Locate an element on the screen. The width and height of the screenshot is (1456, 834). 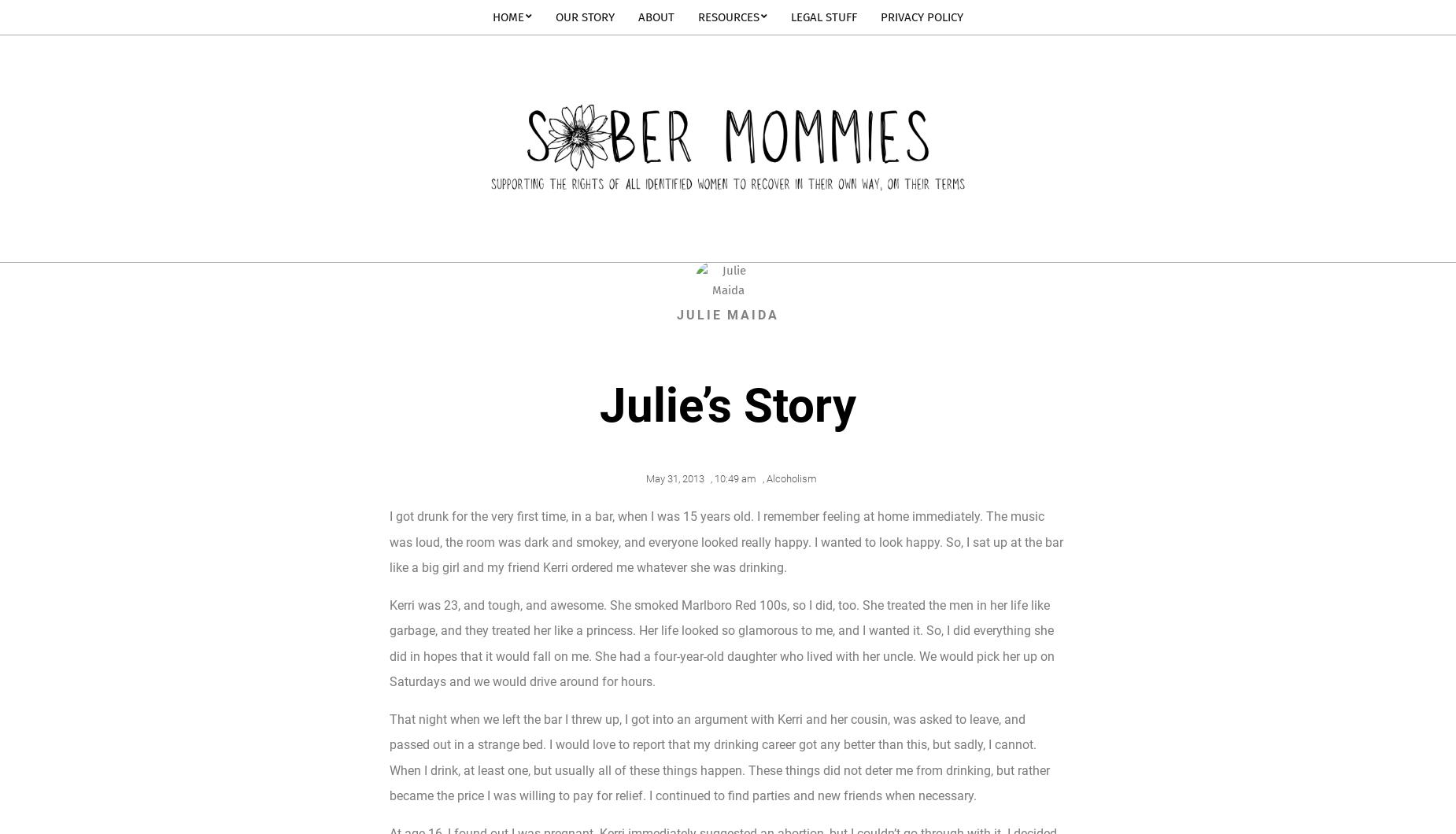
'Alcoholism' is located at coordinates (789, 478).